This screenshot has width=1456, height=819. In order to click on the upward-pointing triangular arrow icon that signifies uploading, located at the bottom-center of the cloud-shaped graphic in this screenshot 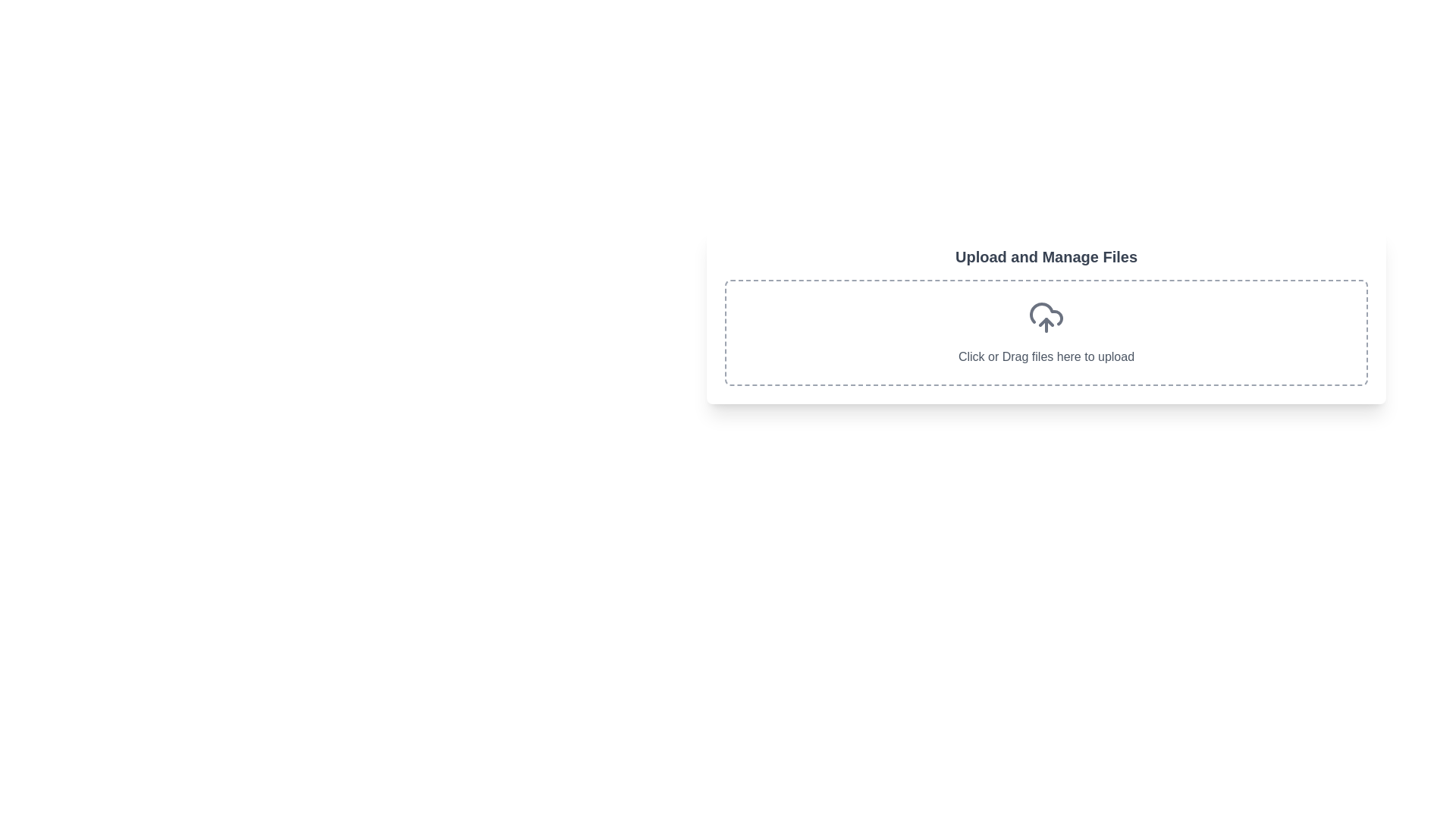, I will do `click(1046, 321)`.